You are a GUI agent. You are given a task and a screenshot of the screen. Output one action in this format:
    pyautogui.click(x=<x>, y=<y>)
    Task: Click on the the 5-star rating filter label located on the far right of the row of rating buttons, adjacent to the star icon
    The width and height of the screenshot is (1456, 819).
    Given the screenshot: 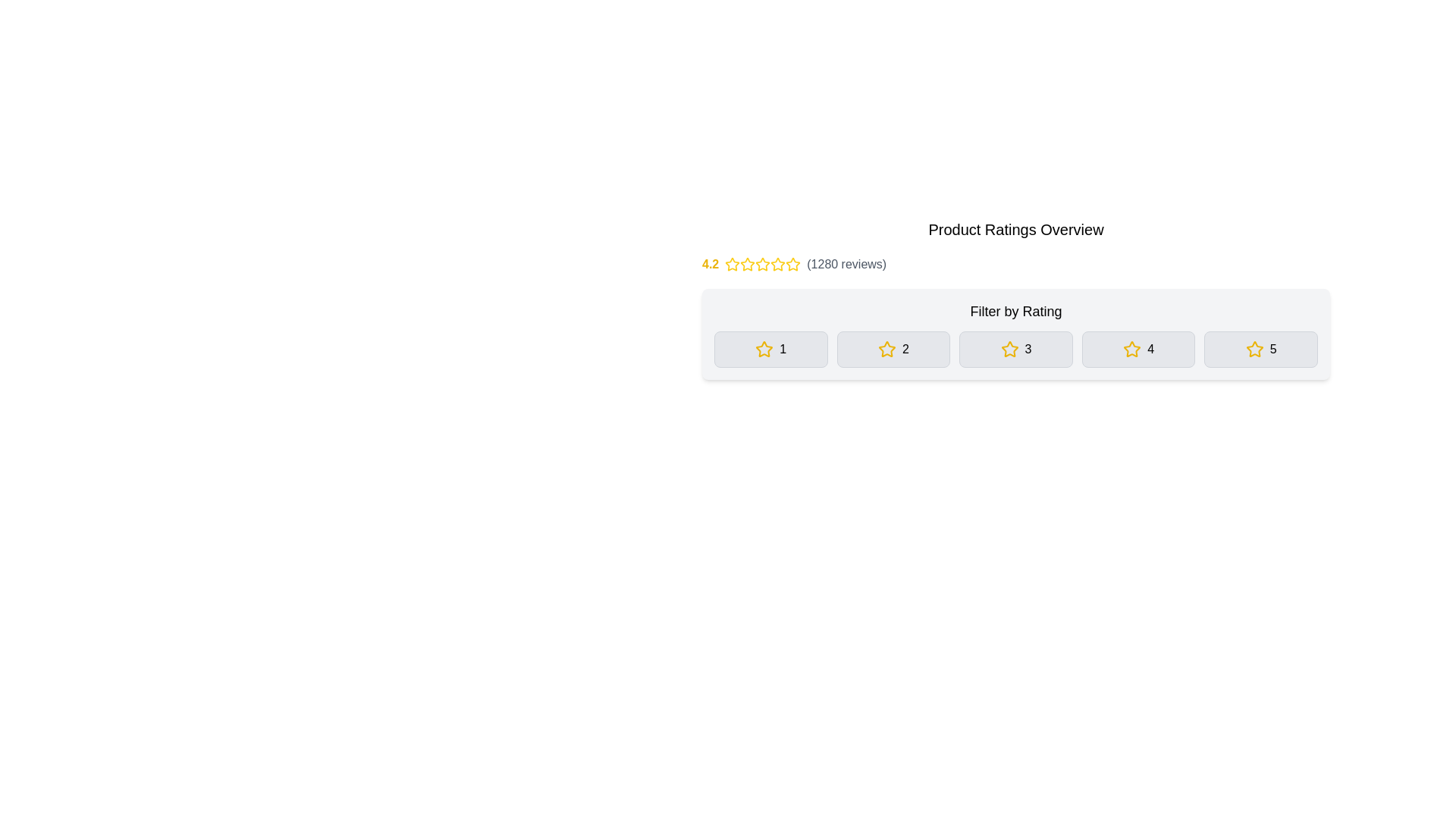 What is the action you would take?
    pyautogui.click(x=1273, y=350)
    